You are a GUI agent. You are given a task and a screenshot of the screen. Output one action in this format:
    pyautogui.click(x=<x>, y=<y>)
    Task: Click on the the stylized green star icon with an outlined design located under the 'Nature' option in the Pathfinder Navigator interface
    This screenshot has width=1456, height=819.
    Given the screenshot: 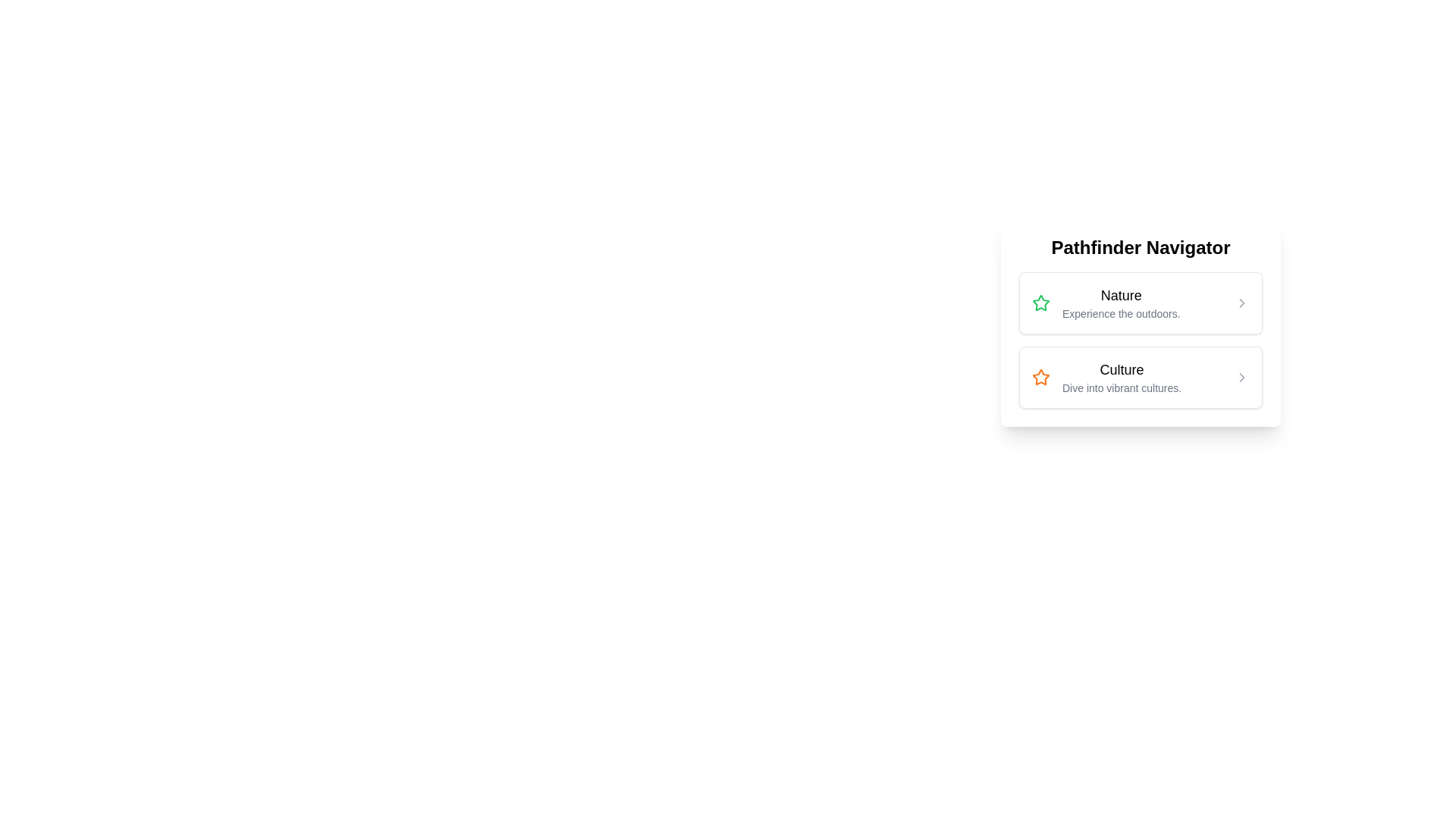 What is the action you would take?
    pyautogui.click(x=1040, y=303)
    